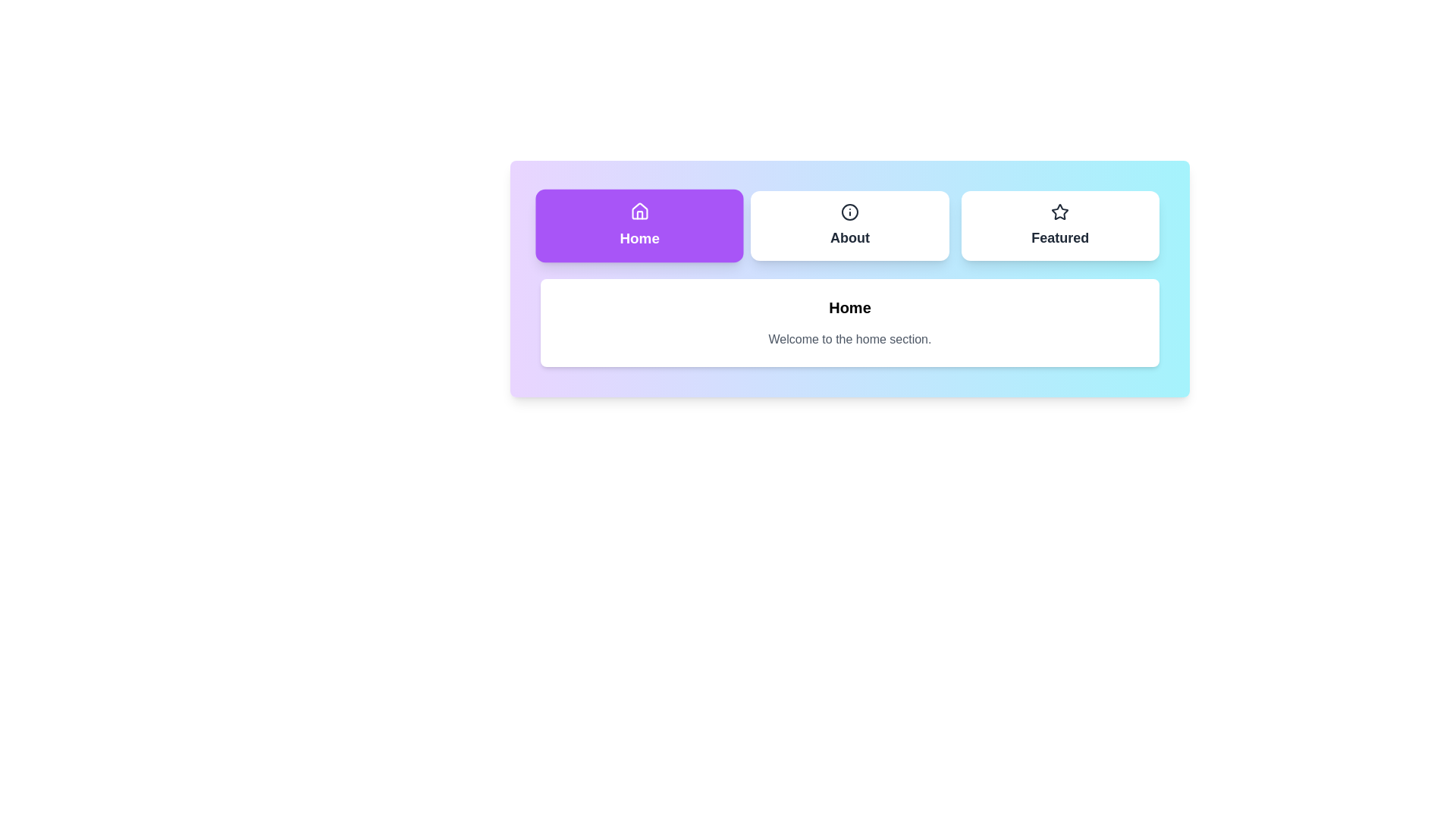  What do you see at coordinates (849, 225) in the screenshot?
I see `the About tab to switch to its view` at bounding box center [849, 225].